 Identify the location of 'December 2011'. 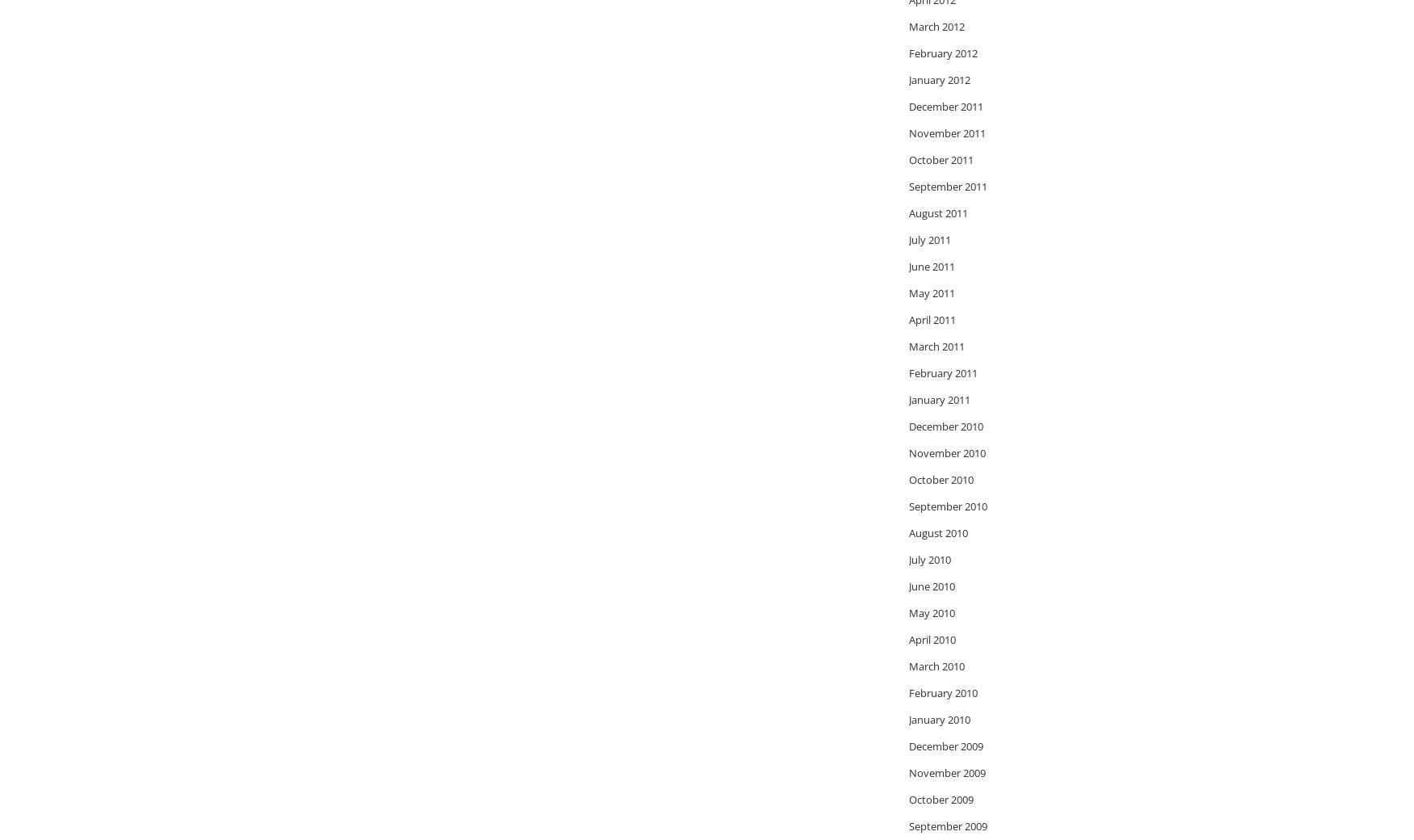
(909, 106).